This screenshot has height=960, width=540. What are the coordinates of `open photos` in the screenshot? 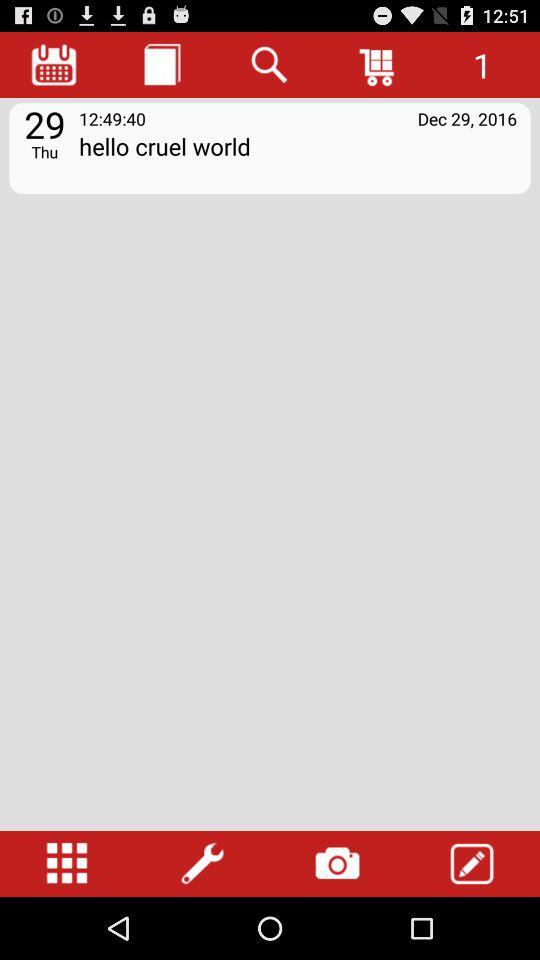 It's located at (337, 863).